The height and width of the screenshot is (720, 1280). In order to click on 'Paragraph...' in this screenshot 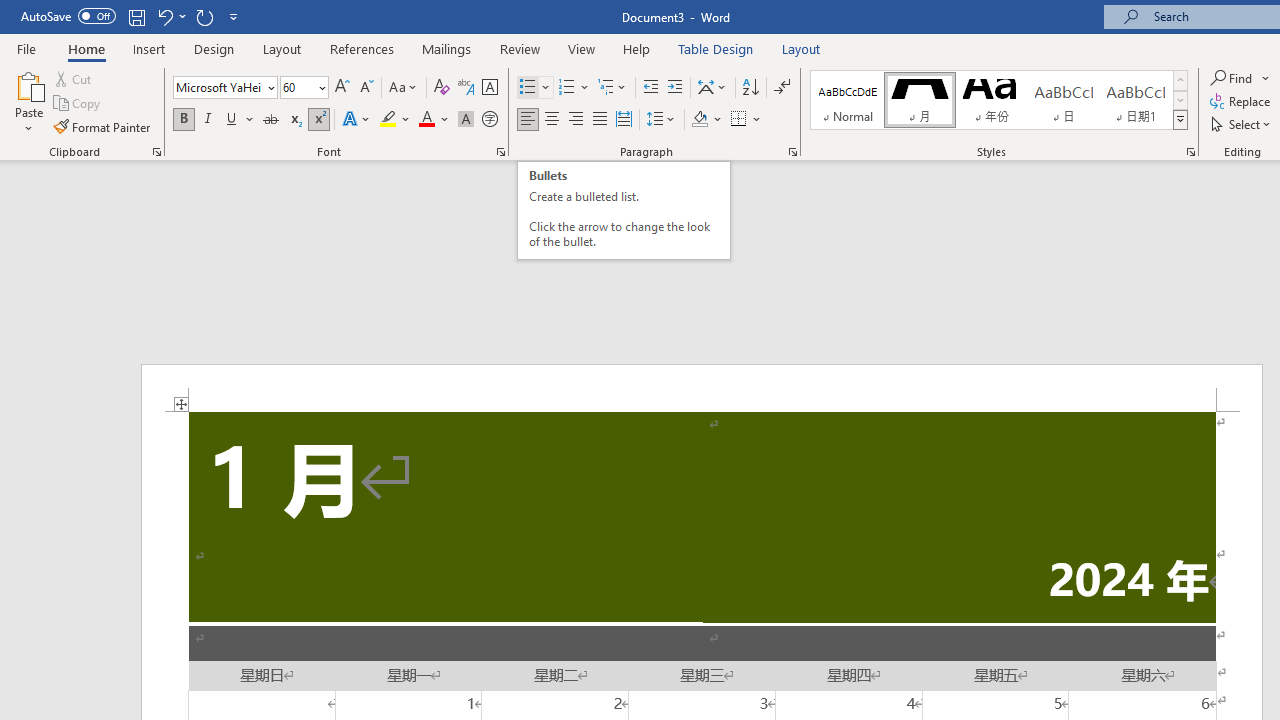, I will do `click(791, 150)`.